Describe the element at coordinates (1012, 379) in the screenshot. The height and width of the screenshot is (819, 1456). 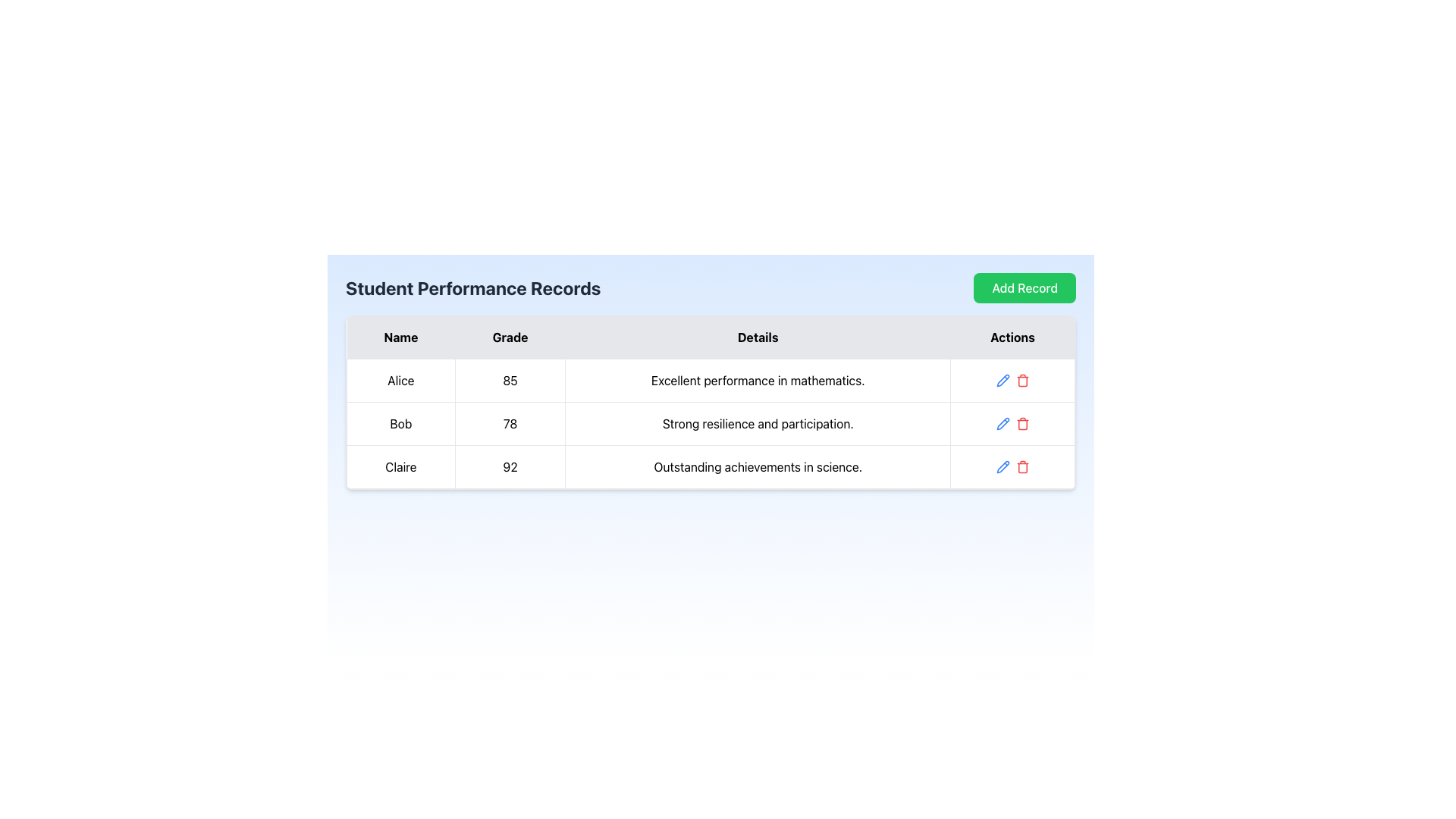
I see `the interactive icons within the empty cell located in the rightmost column of the 'Student Performance Records' table for the student 'Alice'` at that location.